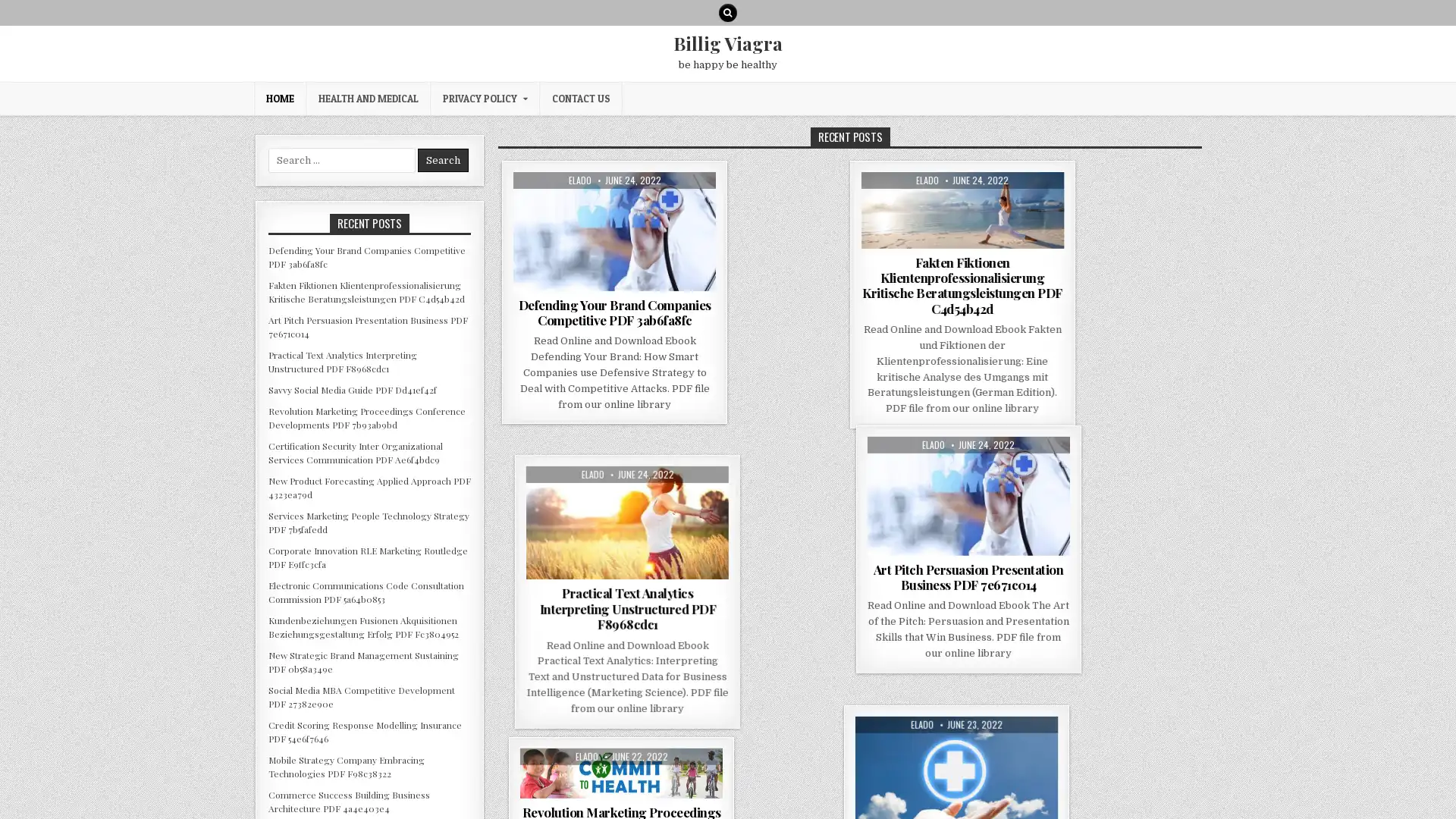 Image resolution: width=1456 pixels, height=819 pixels. Describe the element at coordinates (442, 160) in the screenshot. I see `Search` at that location.